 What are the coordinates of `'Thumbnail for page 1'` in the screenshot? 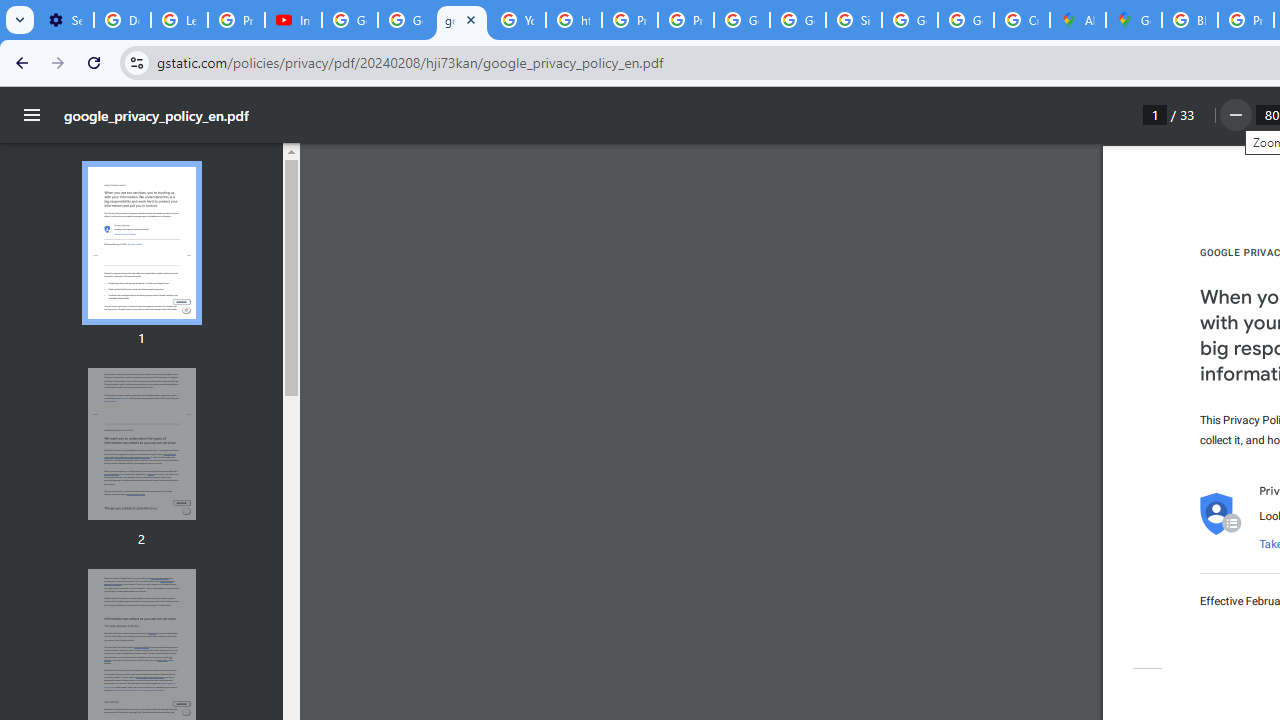 It's located at (140, 242).